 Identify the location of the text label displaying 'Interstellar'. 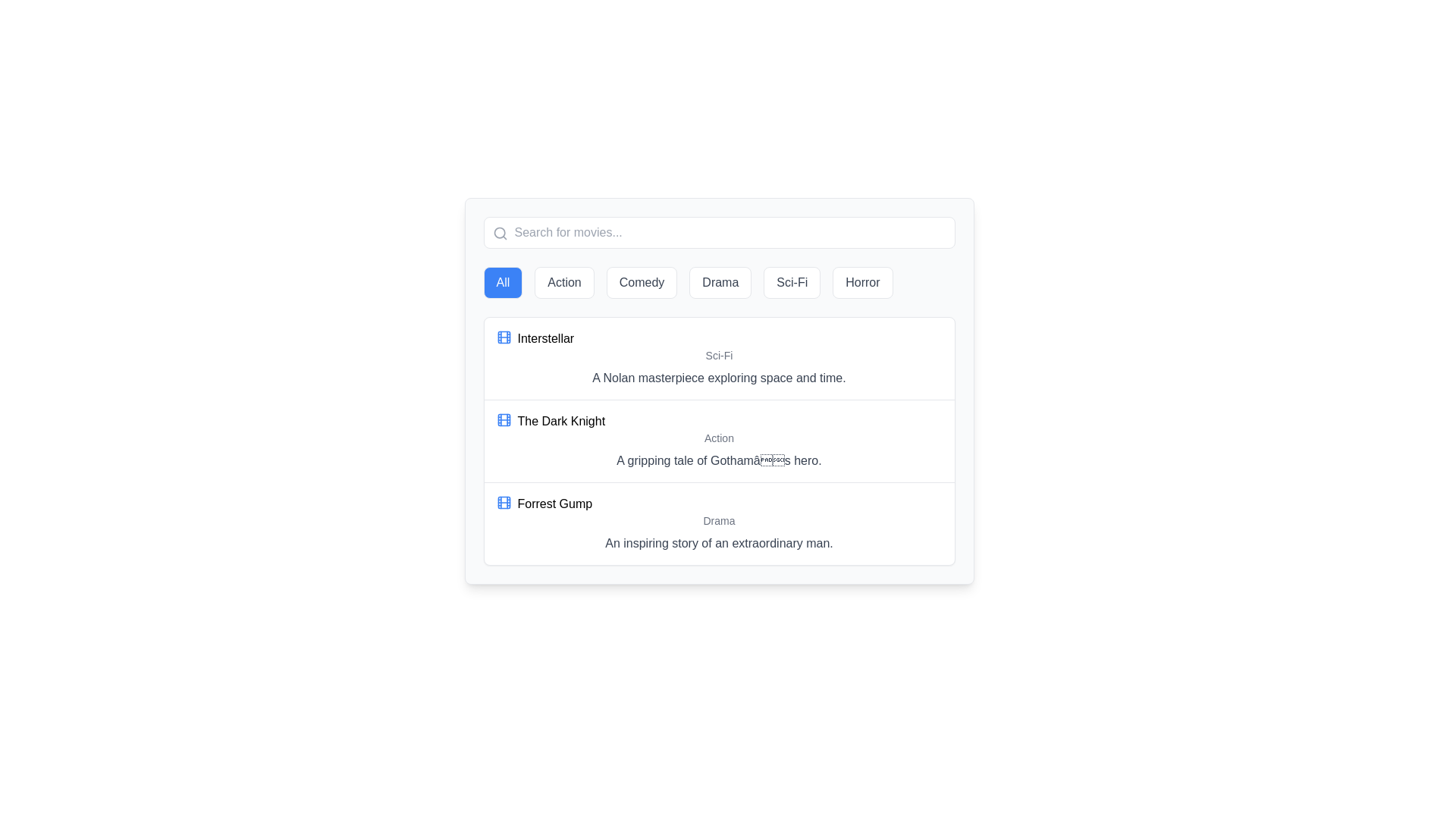
(545, 338).